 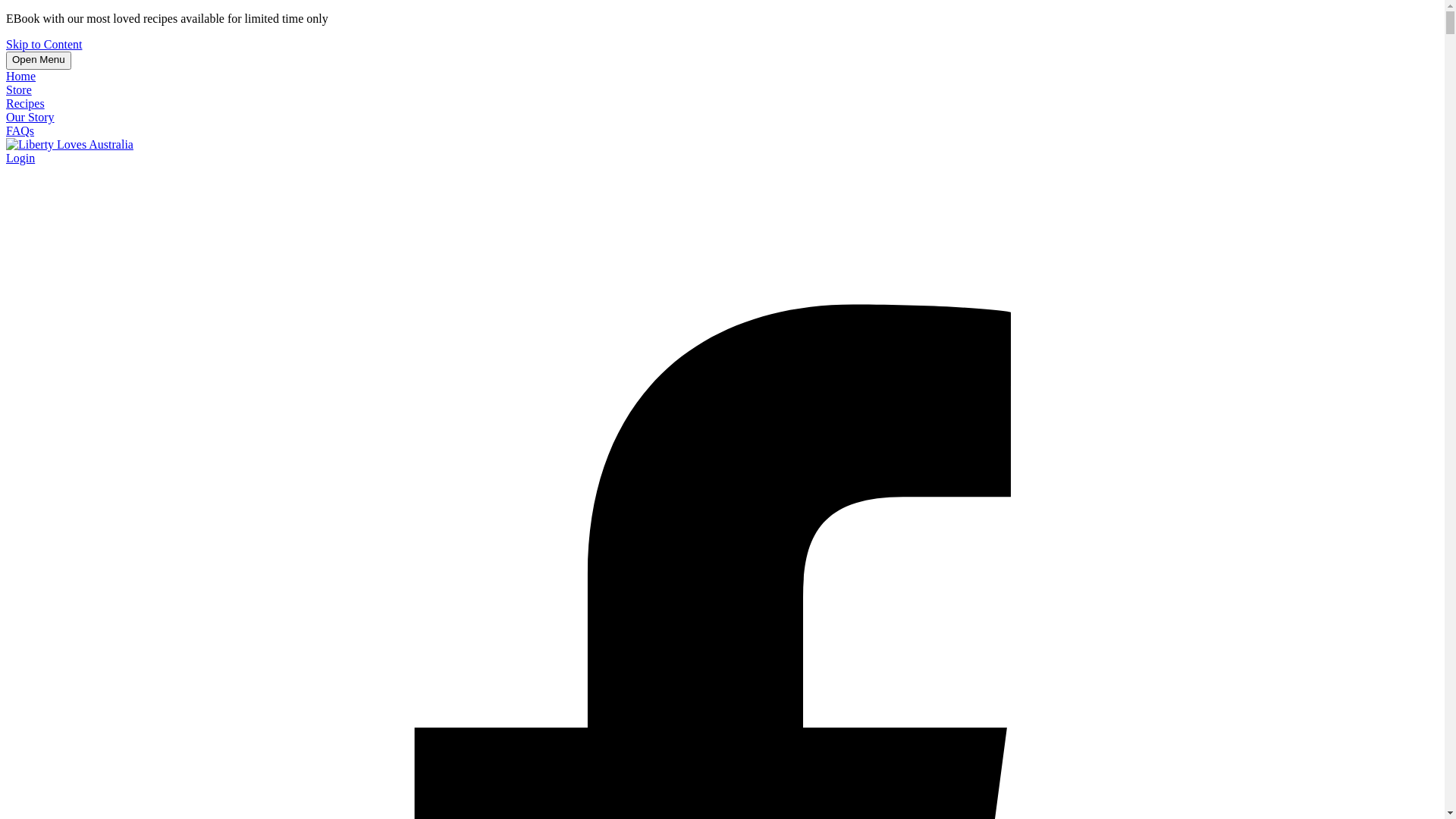 What do you see at coordinates (6, 60) in the screenshot?
I see `'Open Menu'` at bounding box center [6, 60].